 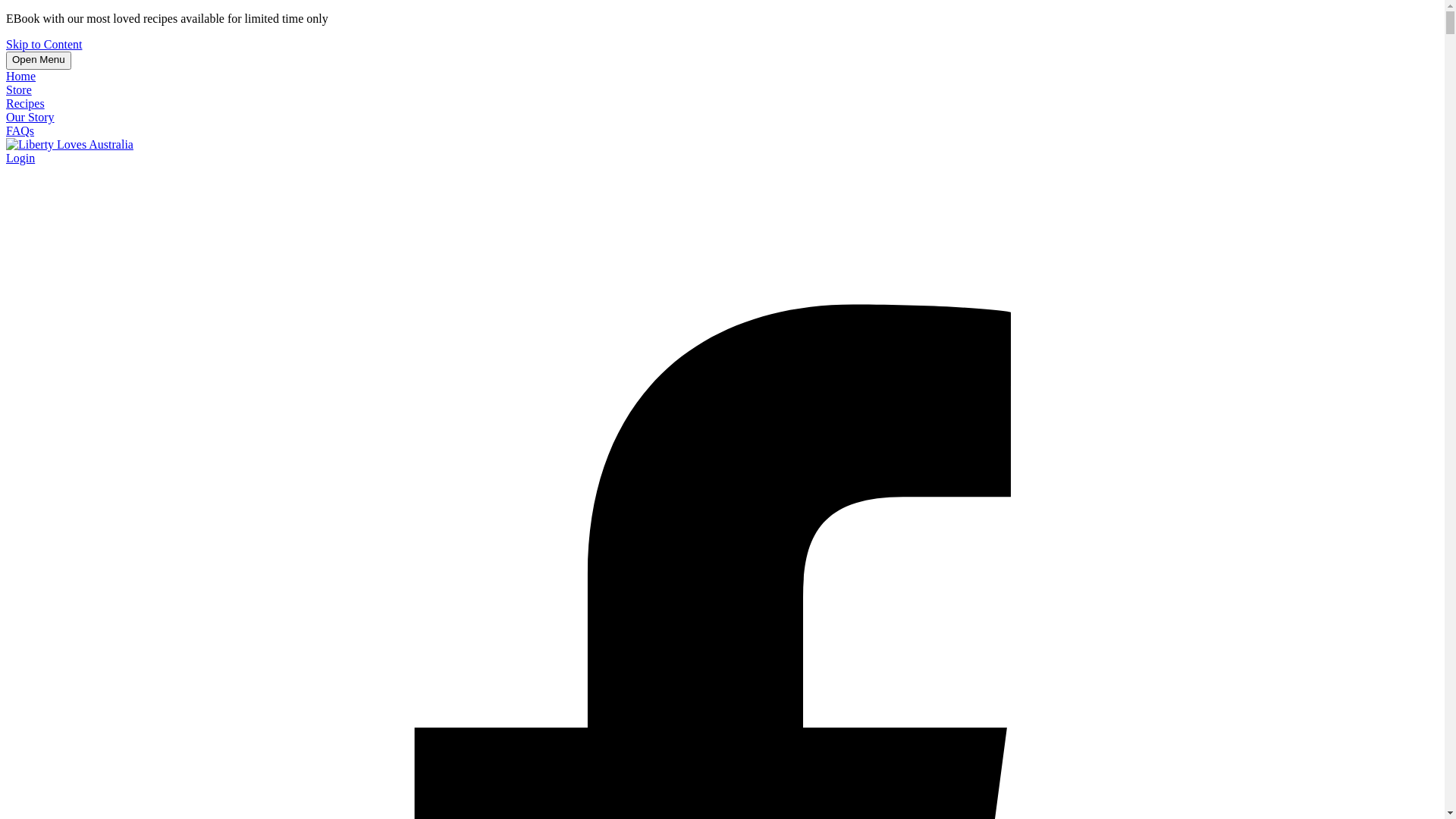 What do you see at coordinates (6, 60) in the screenshot?
I see `'Open Menu'` at bounding box center [6, 60].